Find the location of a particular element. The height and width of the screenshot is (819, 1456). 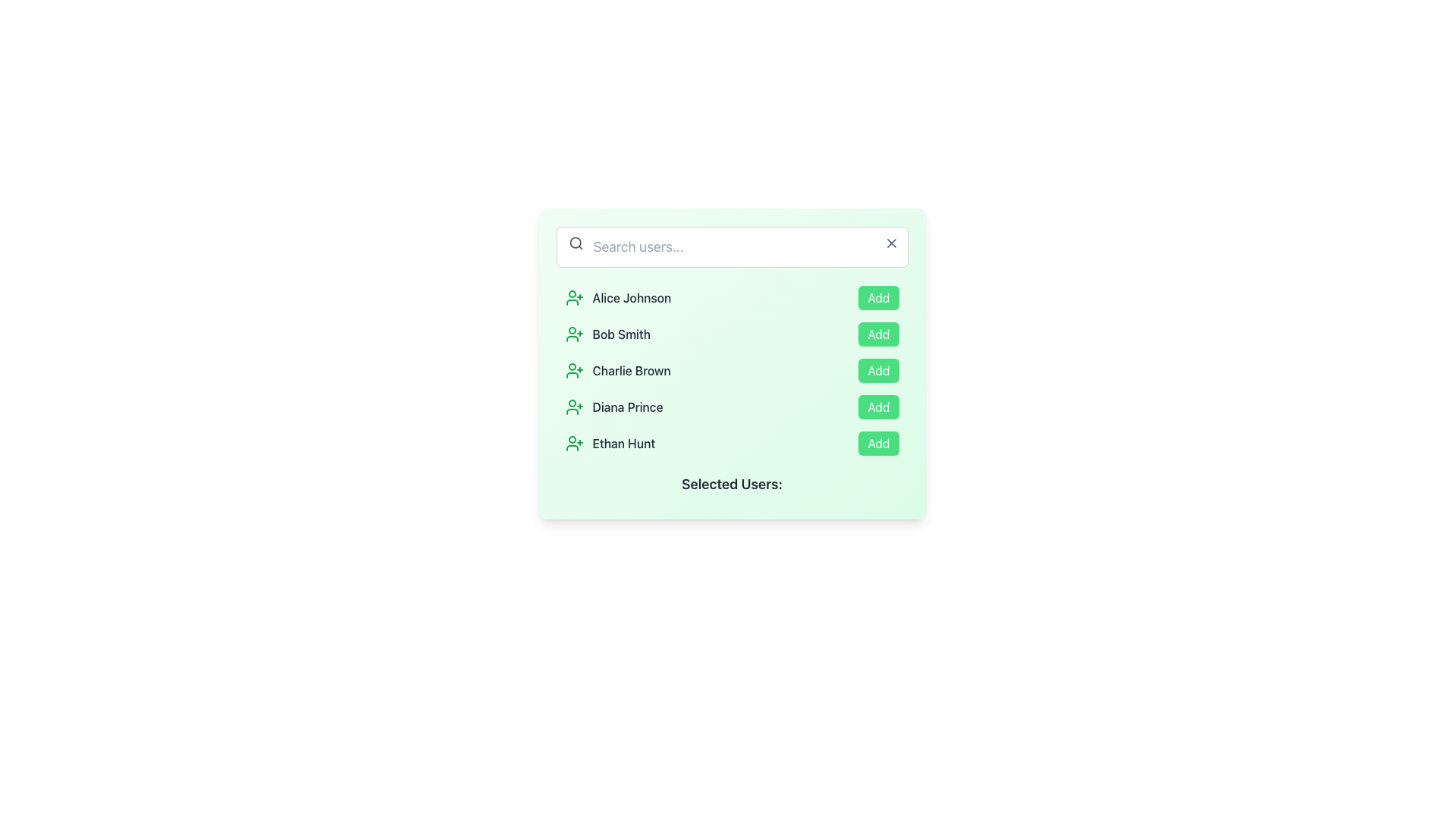

the text element displaying the name 'Diana Prince', which is the fourth item in a vertical list, with a medium font weight and gray color, positioned inline with an icon and an 'Add' button is located at coordinates (628, 406).